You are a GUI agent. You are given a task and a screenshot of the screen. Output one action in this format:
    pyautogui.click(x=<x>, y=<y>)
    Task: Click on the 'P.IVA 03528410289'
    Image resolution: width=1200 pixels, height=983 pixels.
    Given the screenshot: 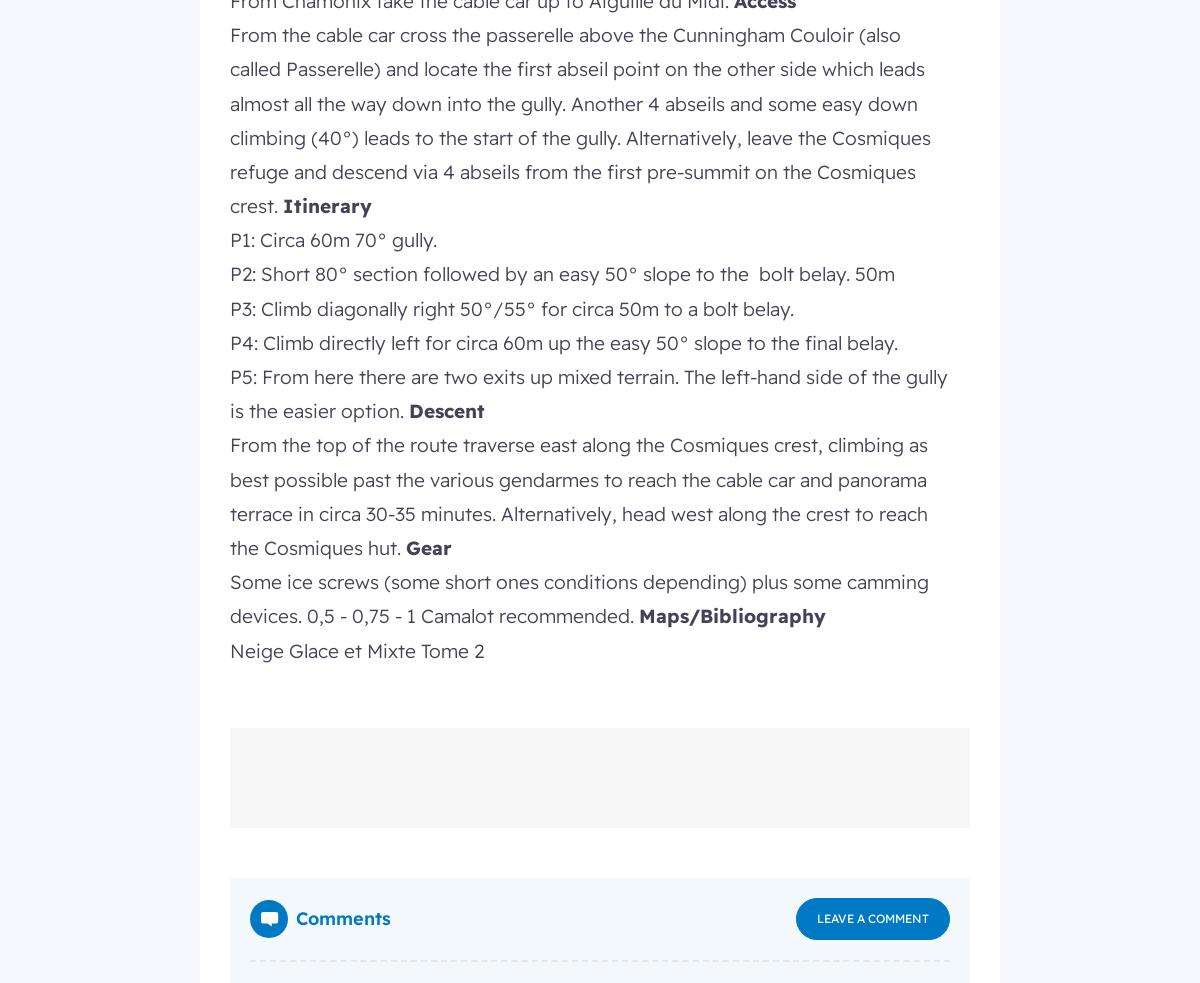 What is the action you would take?
    pyautogui.click(x=282, y=240)
    